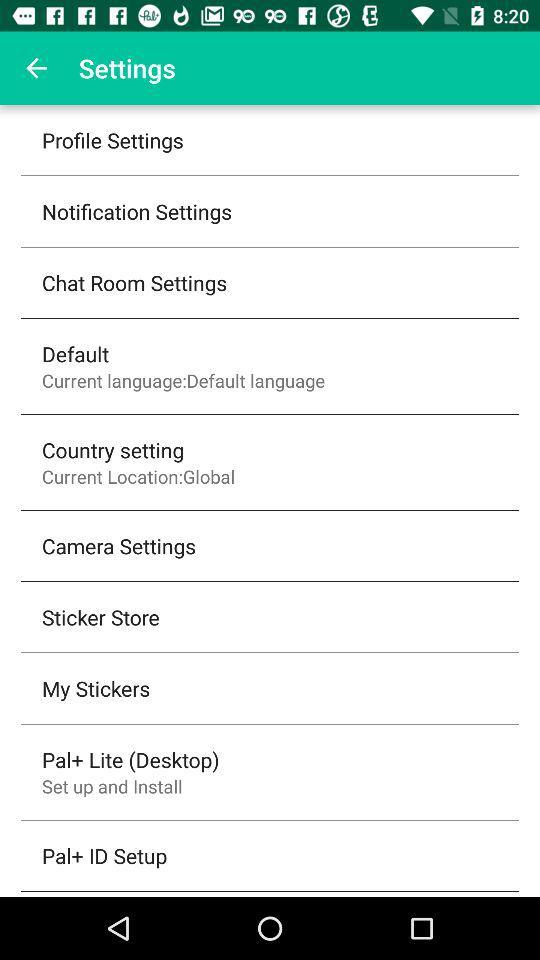 This screenshot has width=540, height=960. Describe the element at coordinates (112, 786) in the screenshot. I see `the icon above the pal+ id setup icon` at that location.